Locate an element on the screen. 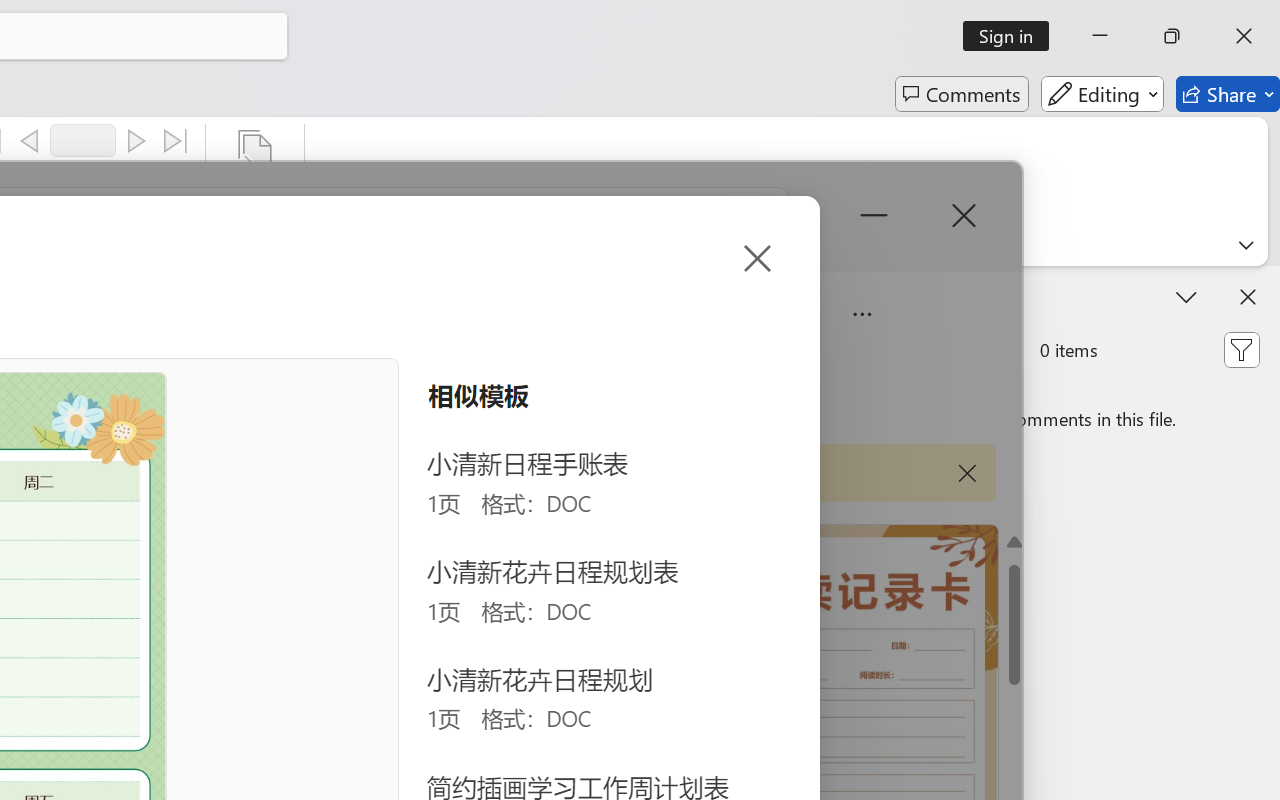  'Next' is located at coordinates (135, 141).